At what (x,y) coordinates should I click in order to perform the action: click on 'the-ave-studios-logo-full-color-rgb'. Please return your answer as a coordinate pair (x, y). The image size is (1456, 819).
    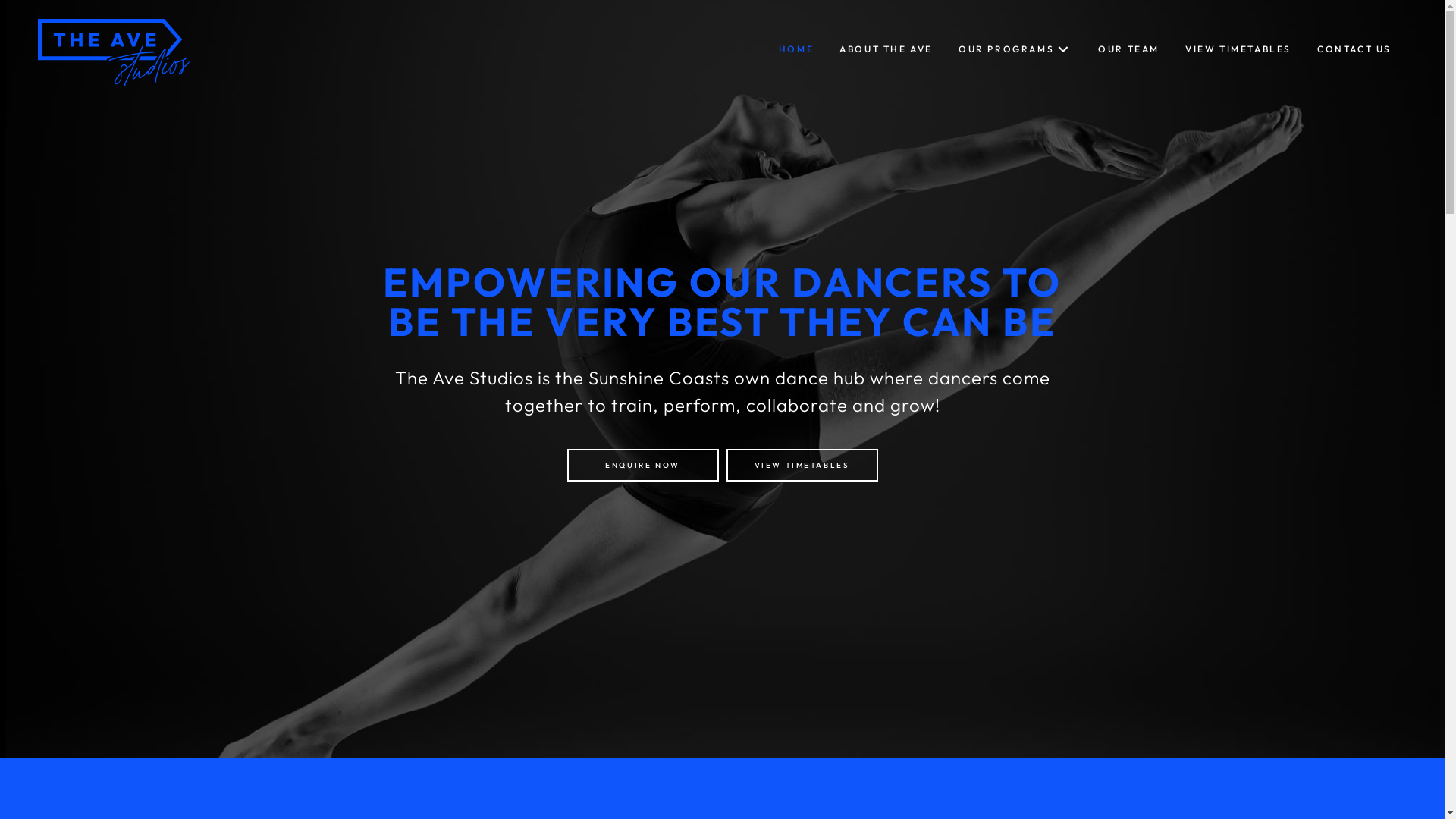
    Looking at the image, I should click on (112, 52).